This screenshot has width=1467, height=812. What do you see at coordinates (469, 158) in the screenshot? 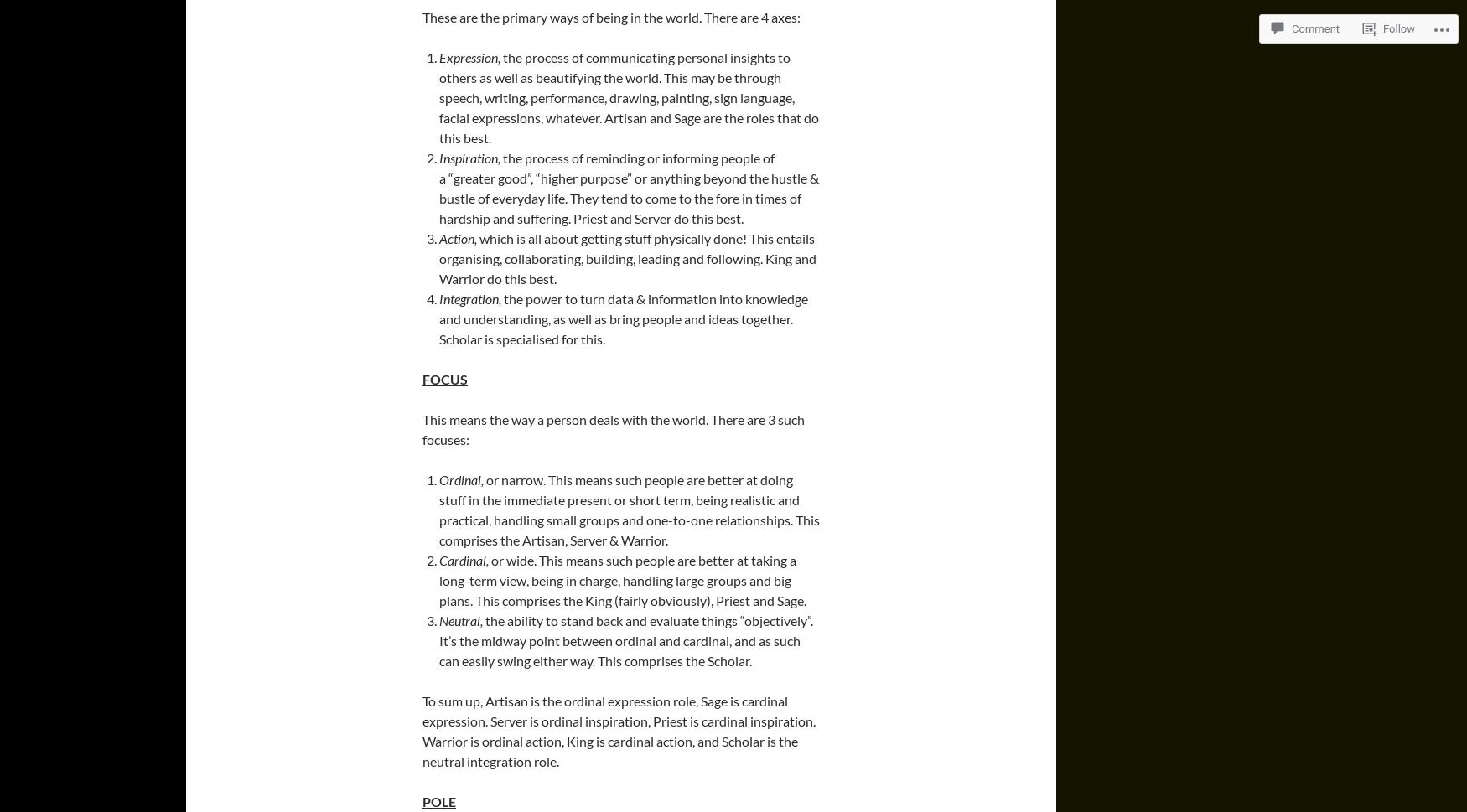
I see `'Inspiration,'` at bounding box center [469, 158].